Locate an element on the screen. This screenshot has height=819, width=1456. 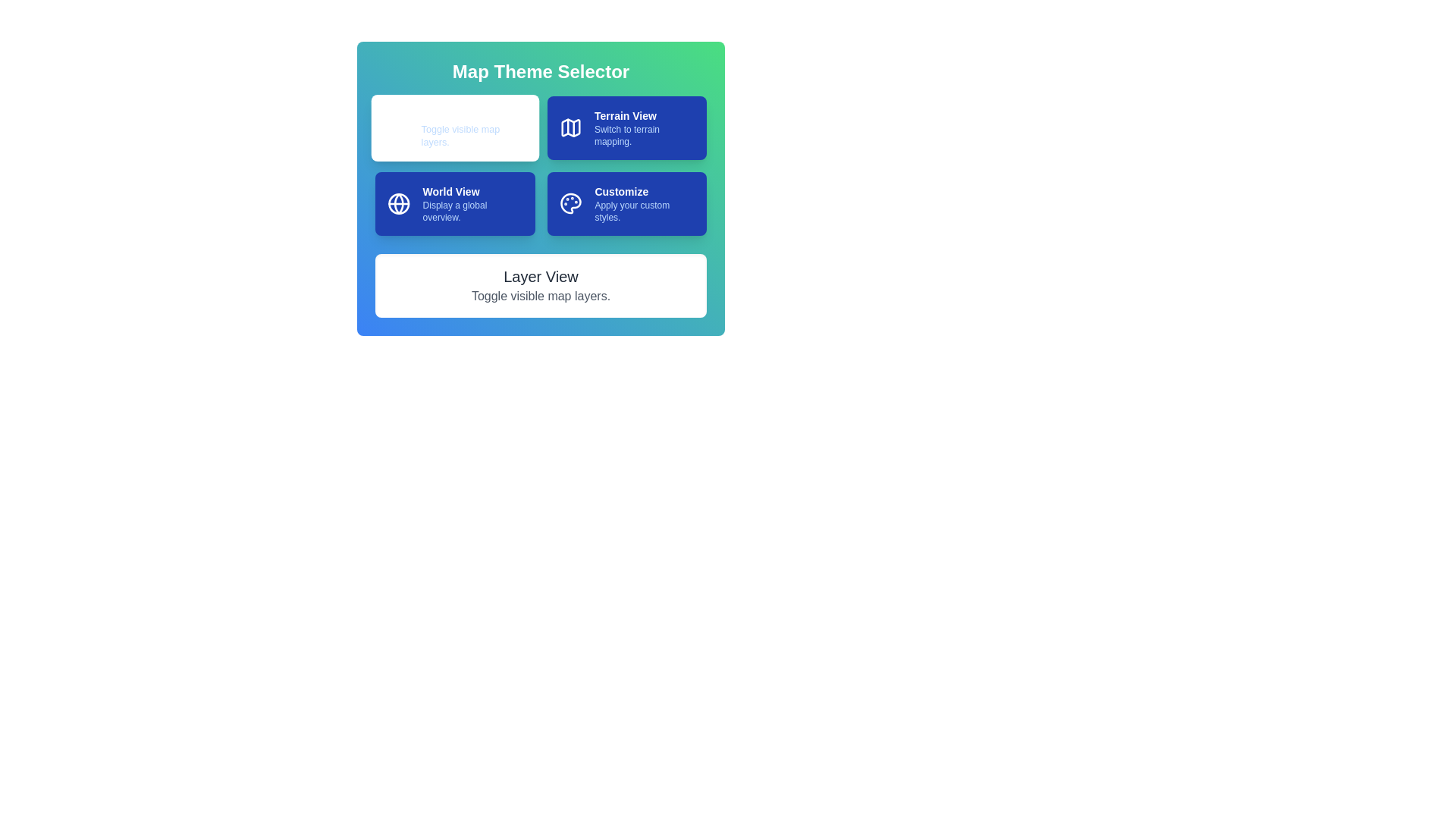
the informational text that reads 'Toggle visible map layers.' to read its content, located within the white rectangular box labeled 'Layer View.' is located at coordinates (472, 135).